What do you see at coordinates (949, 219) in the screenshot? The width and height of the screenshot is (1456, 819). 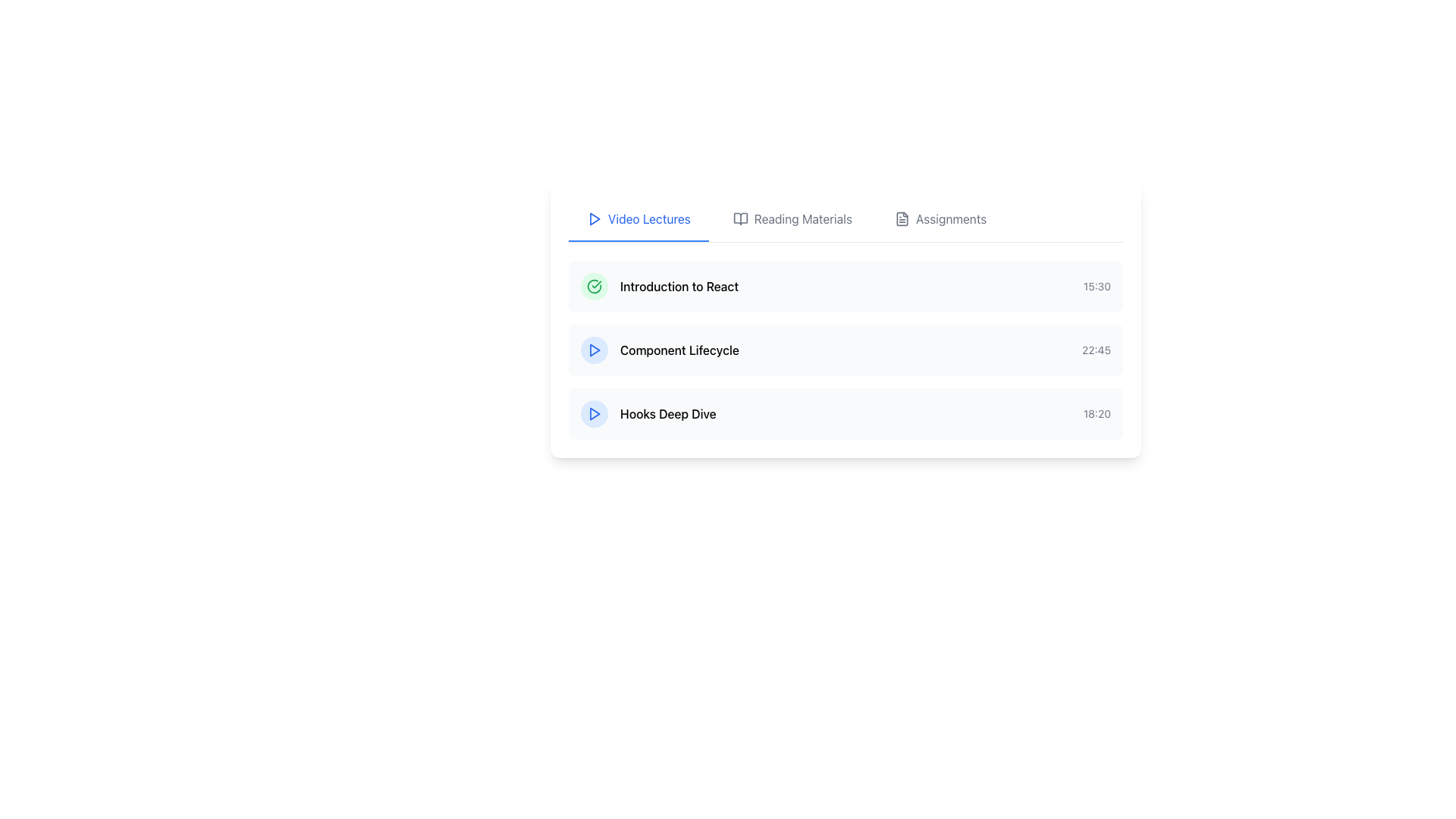 I see `the 'Assignments' text label located at the far right of the horizontal navigation bar` at bounding box center [949, 219].